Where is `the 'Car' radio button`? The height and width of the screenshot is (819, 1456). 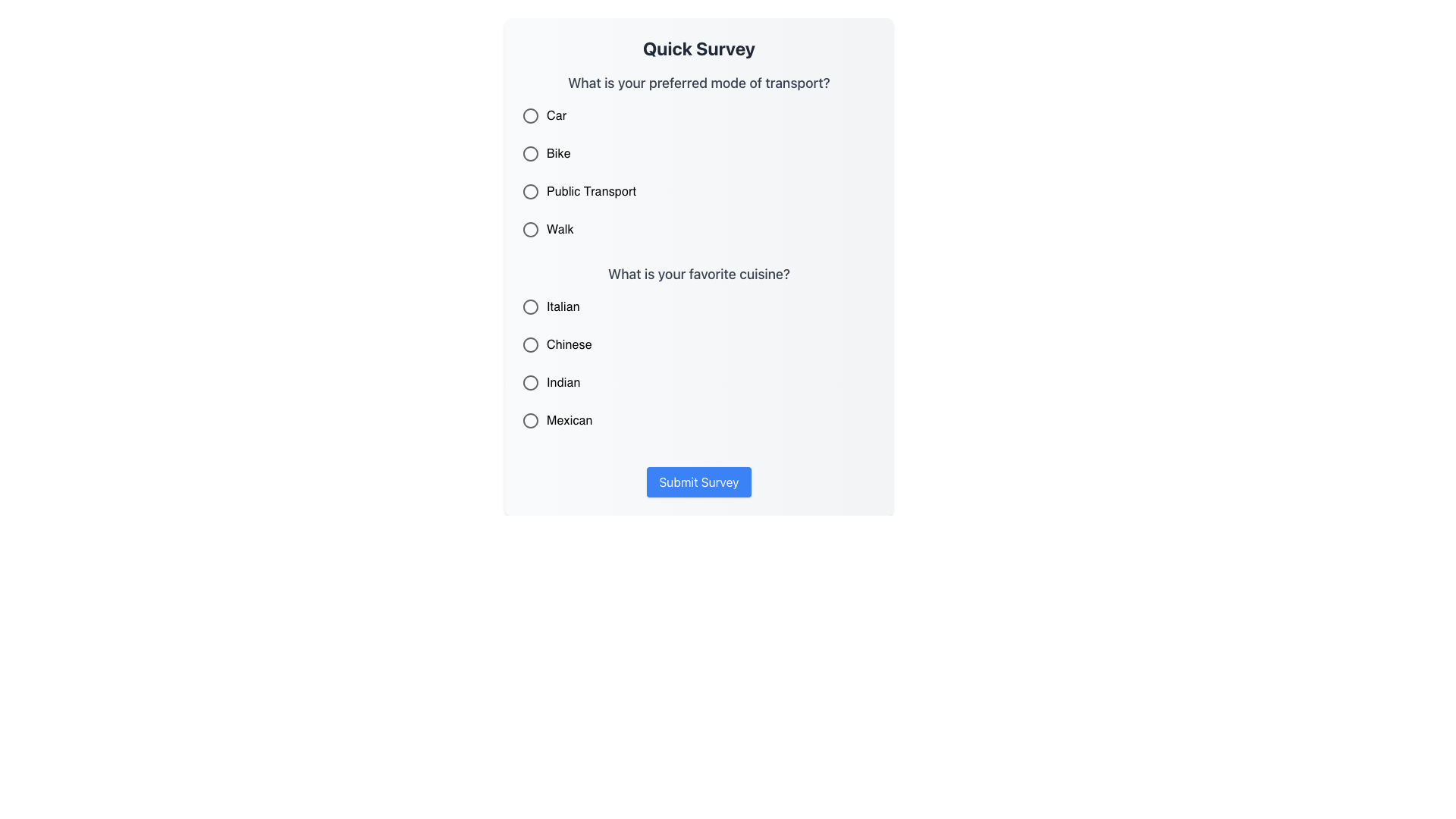
the 'Car' radio button is located at coordinates (688, 115).